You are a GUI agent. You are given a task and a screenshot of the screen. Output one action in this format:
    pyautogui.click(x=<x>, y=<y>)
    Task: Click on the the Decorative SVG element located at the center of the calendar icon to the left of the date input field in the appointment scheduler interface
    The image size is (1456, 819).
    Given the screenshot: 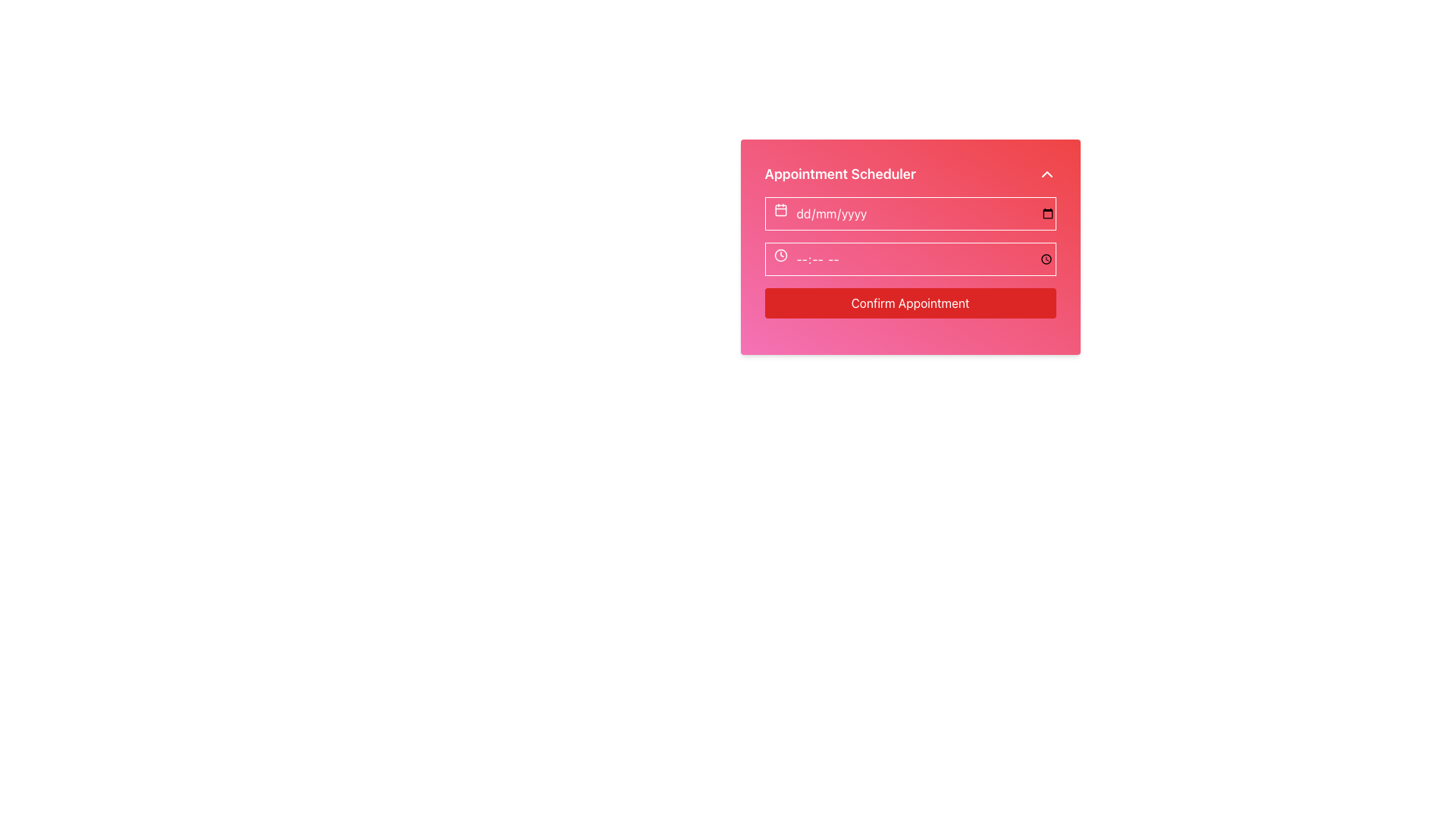 What is the action you would take?
    pyautogui.click(x=780, y=210)
    